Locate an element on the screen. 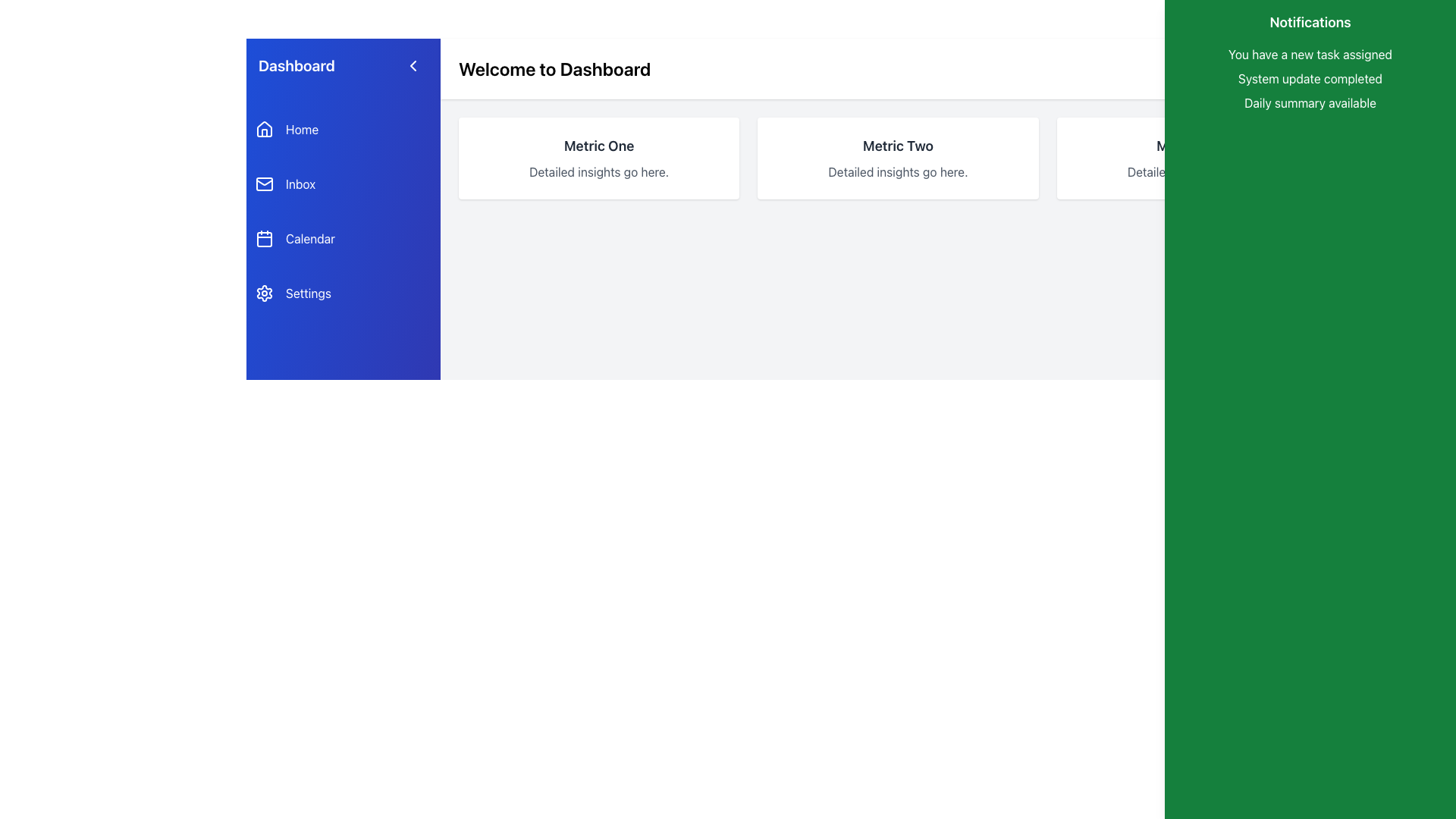 The height and width of the screenshot is (819, 1456). the zigzag-shaped line that represents the envelope flap within the envelope icon adjacent to the 'Inbox' text in the left sidebar menu is located at coordinates (265, 180).